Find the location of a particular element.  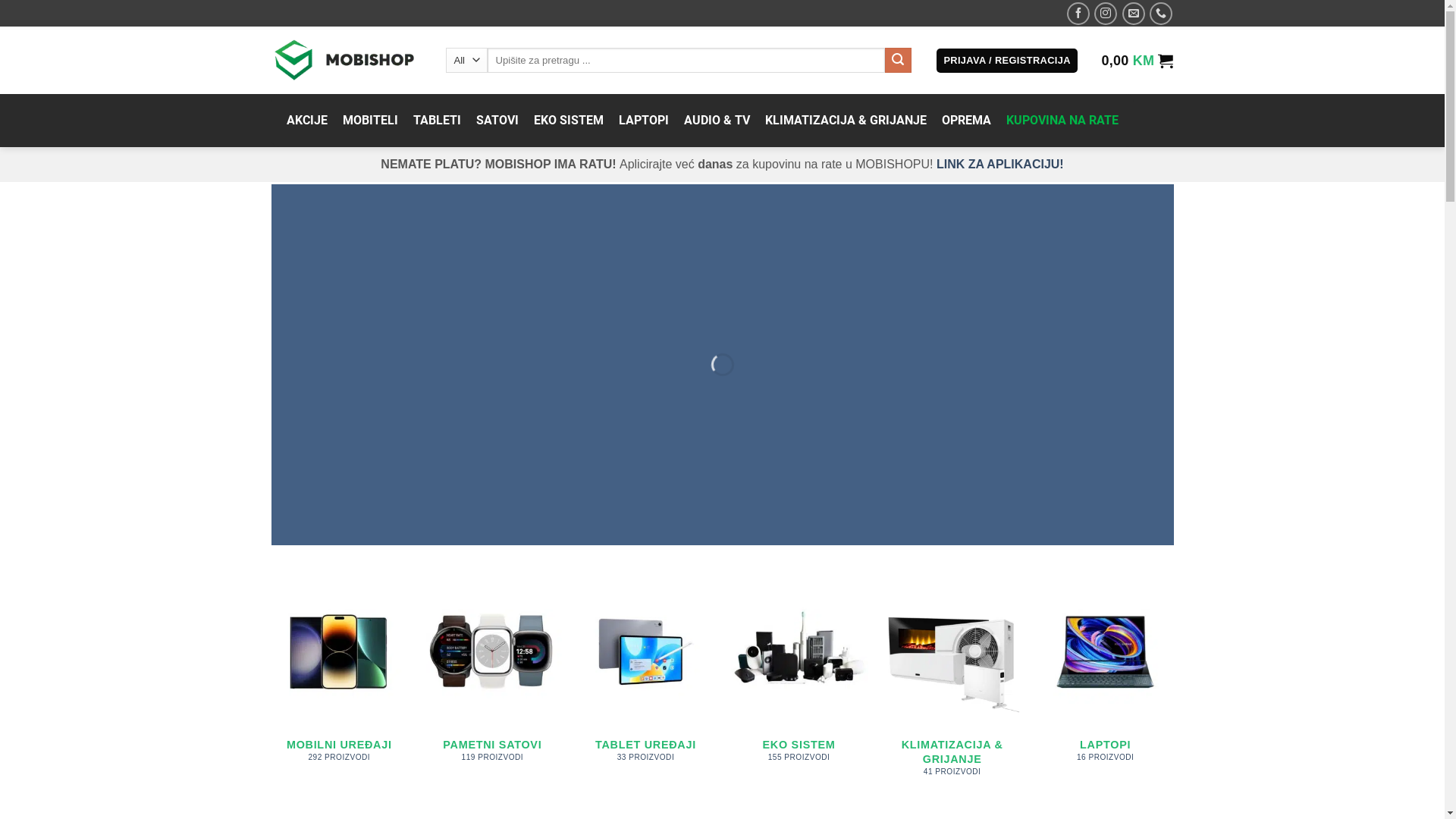

'EKO SISTEM is located at coordinates (797, 677).